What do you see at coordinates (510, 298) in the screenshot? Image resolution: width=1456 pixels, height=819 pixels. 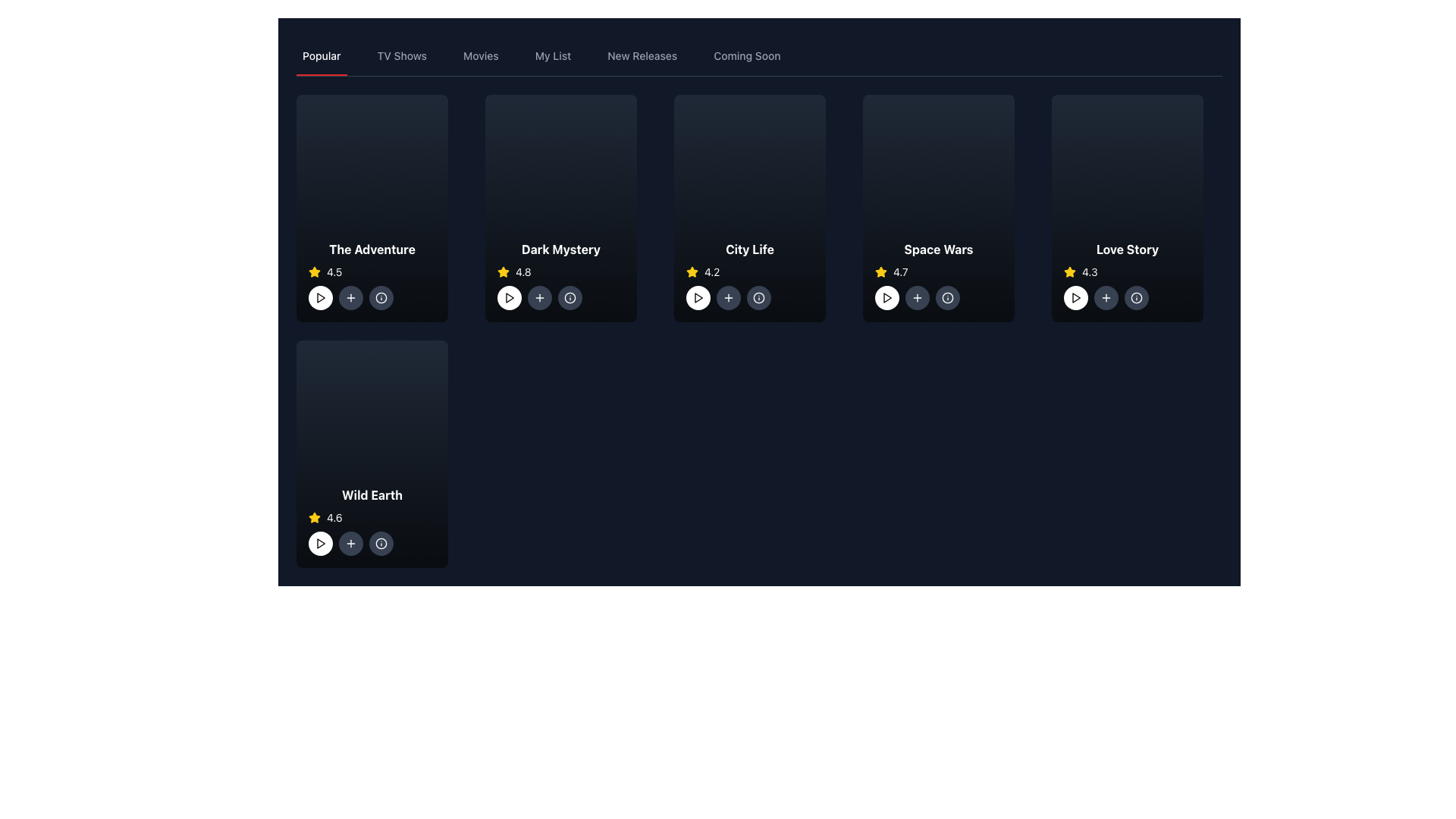 I see `the circular button with a white background and a play icon inside, located beneath the 'Dark Mystery' card and is the first button in the row` at bounding box center [510, 298].